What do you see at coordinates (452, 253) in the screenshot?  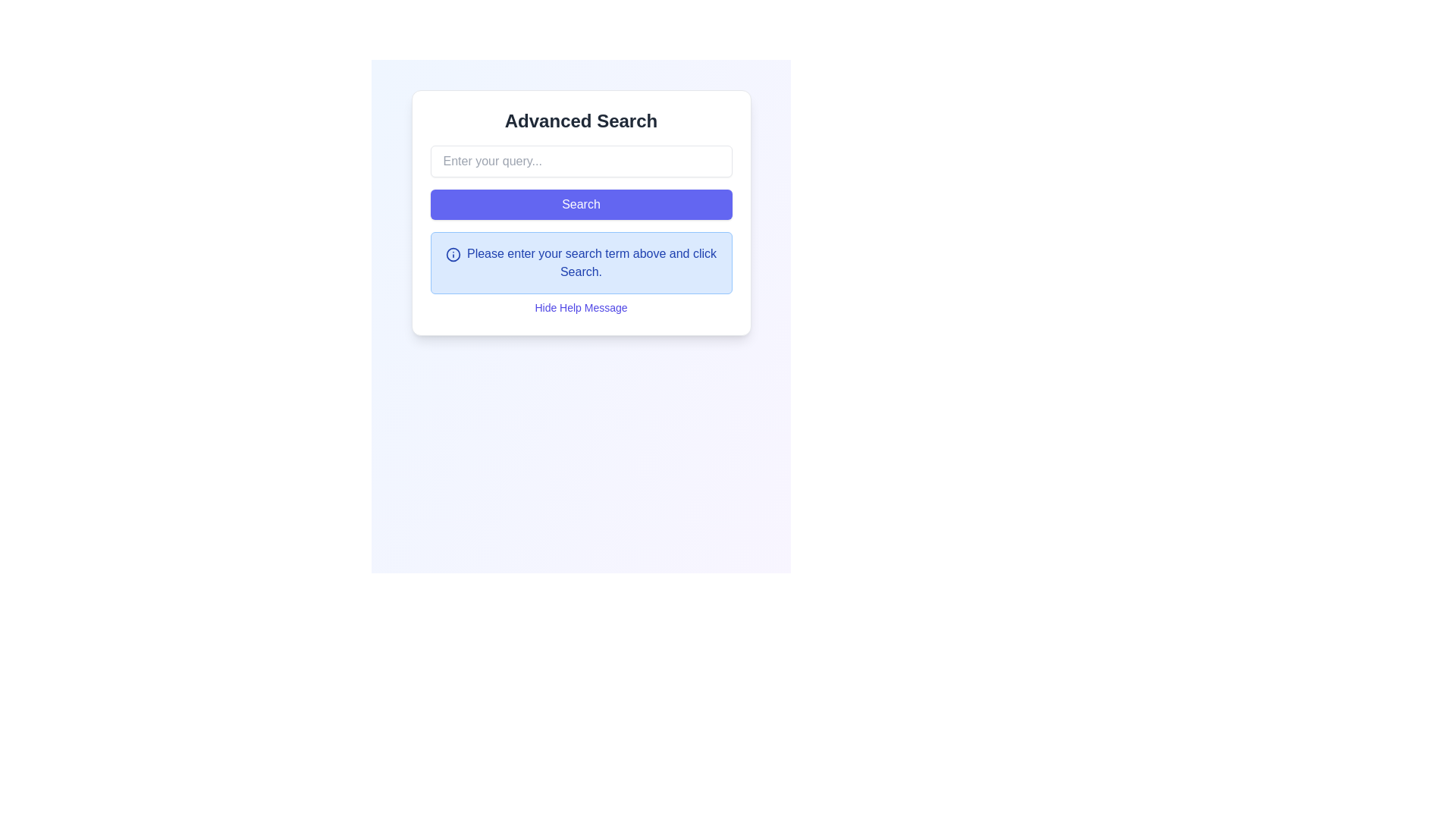 I see `the informational icon located on the left side of the rectangular notification box with a light blue background` at bounding box center [452, 253].